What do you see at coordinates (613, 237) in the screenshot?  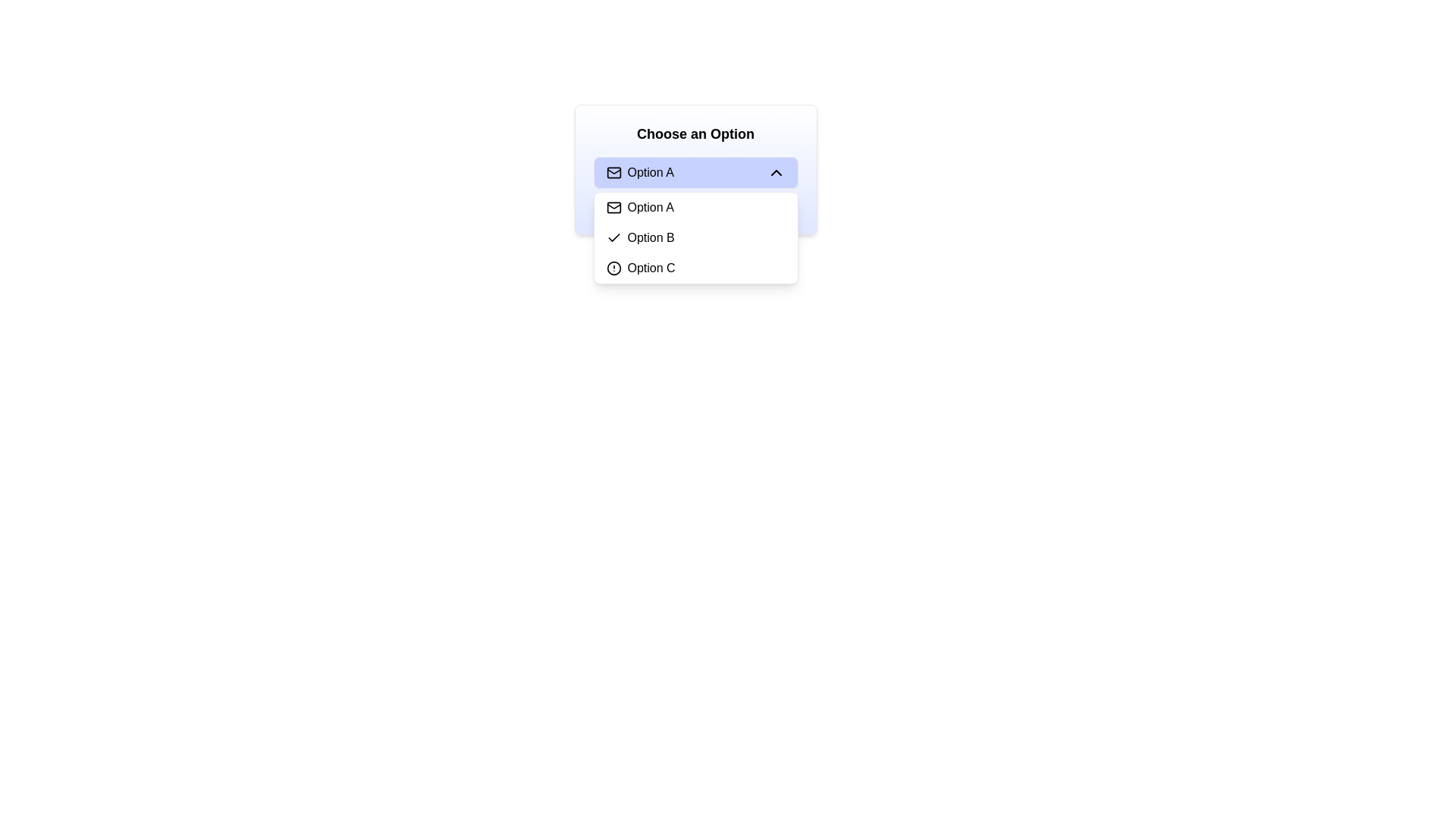 I see `the checkmark icon located to the left of the text 'Option B' in the dropdown menu, which indicates a selected state for this option` at bounding box center [613, 237].